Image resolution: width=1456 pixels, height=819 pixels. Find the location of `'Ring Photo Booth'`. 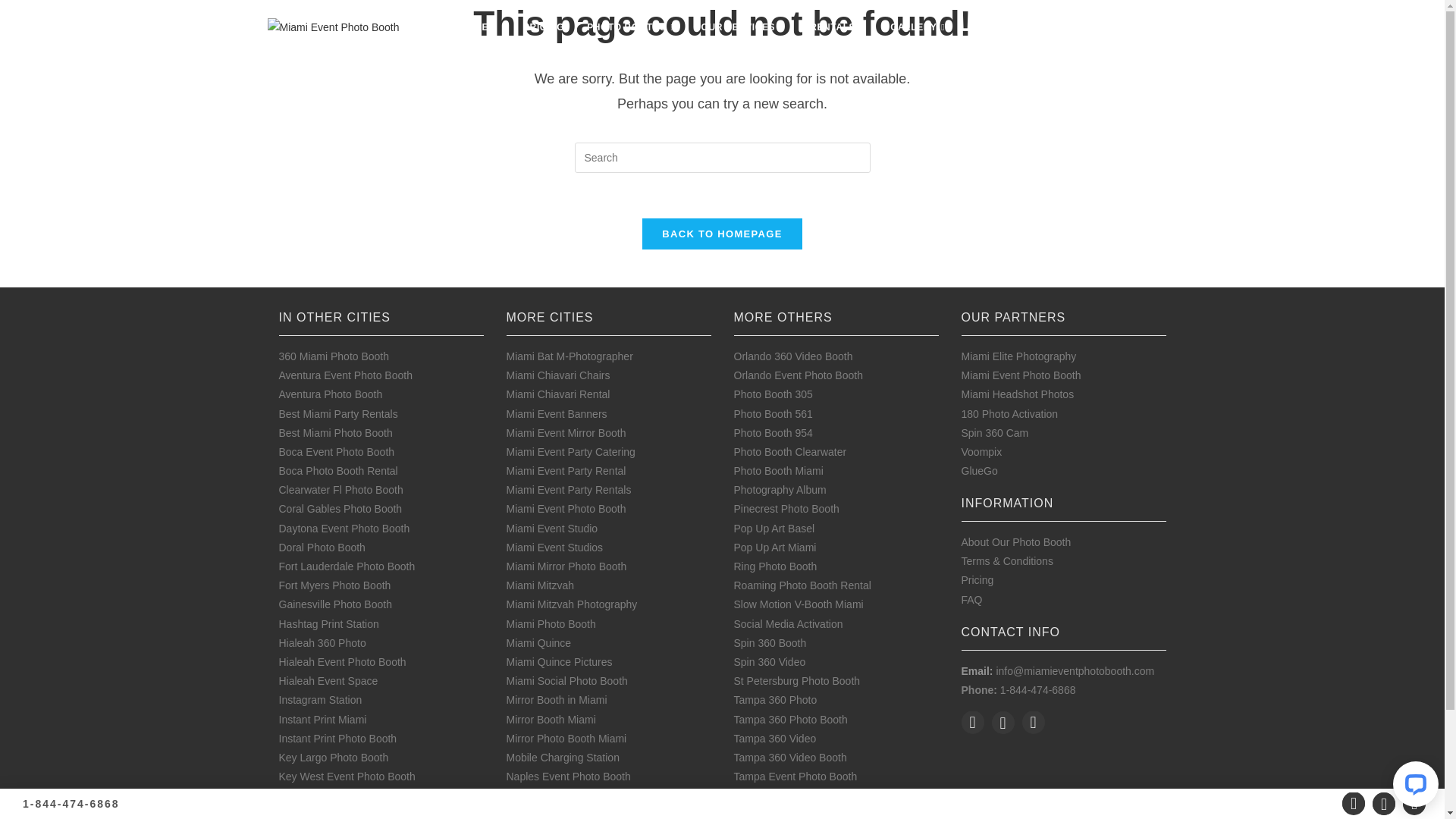

'Ring Photo Booth' is located at coordinates (775, 566).